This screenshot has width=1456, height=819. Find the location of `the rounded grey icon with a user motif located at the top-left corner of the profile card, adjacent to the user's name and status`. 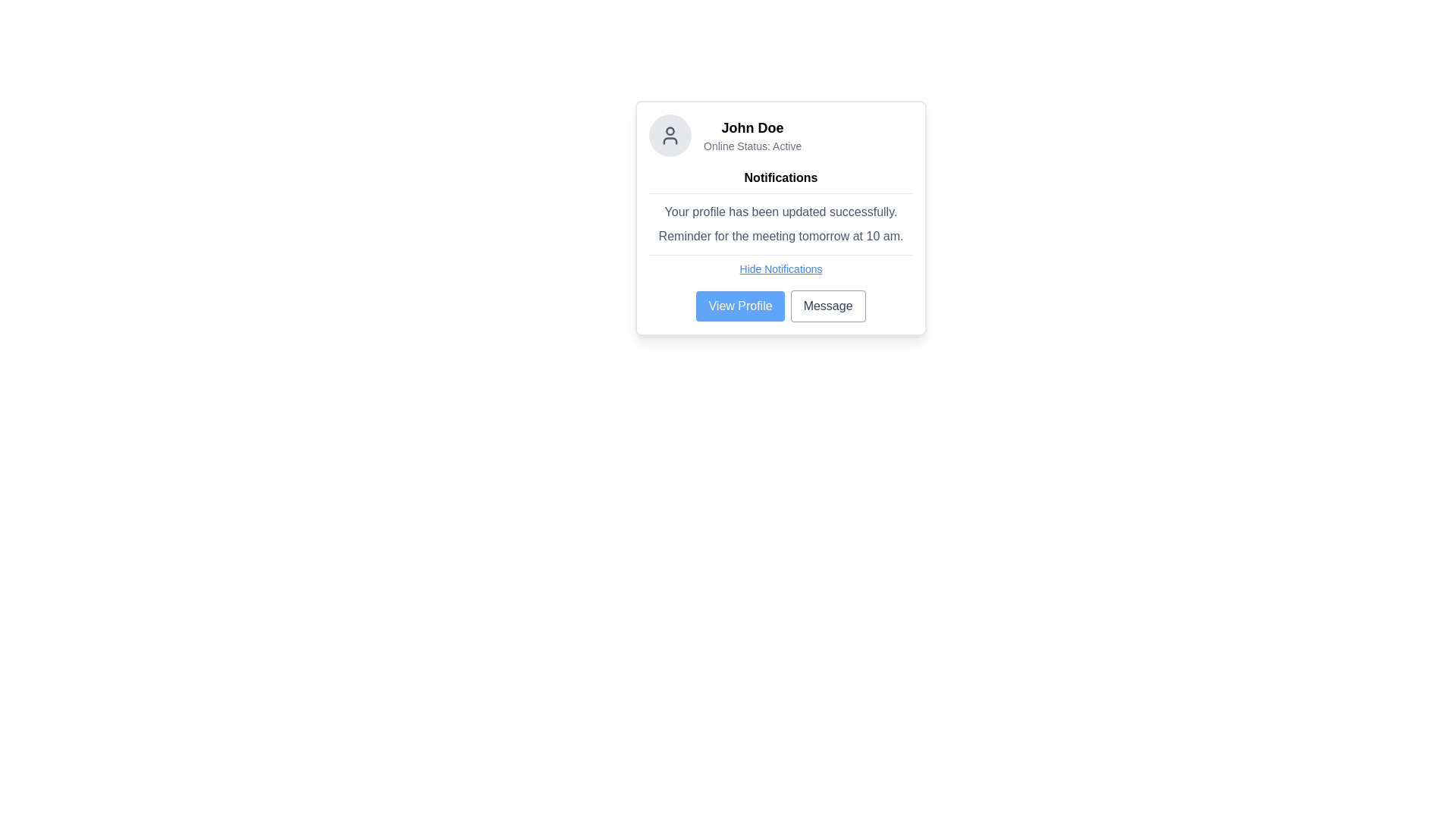

the rounded grey icon with a user motif located at the top-left corner of the profile card, adjacent to the user's name and status is located at coordinates (669, 134).